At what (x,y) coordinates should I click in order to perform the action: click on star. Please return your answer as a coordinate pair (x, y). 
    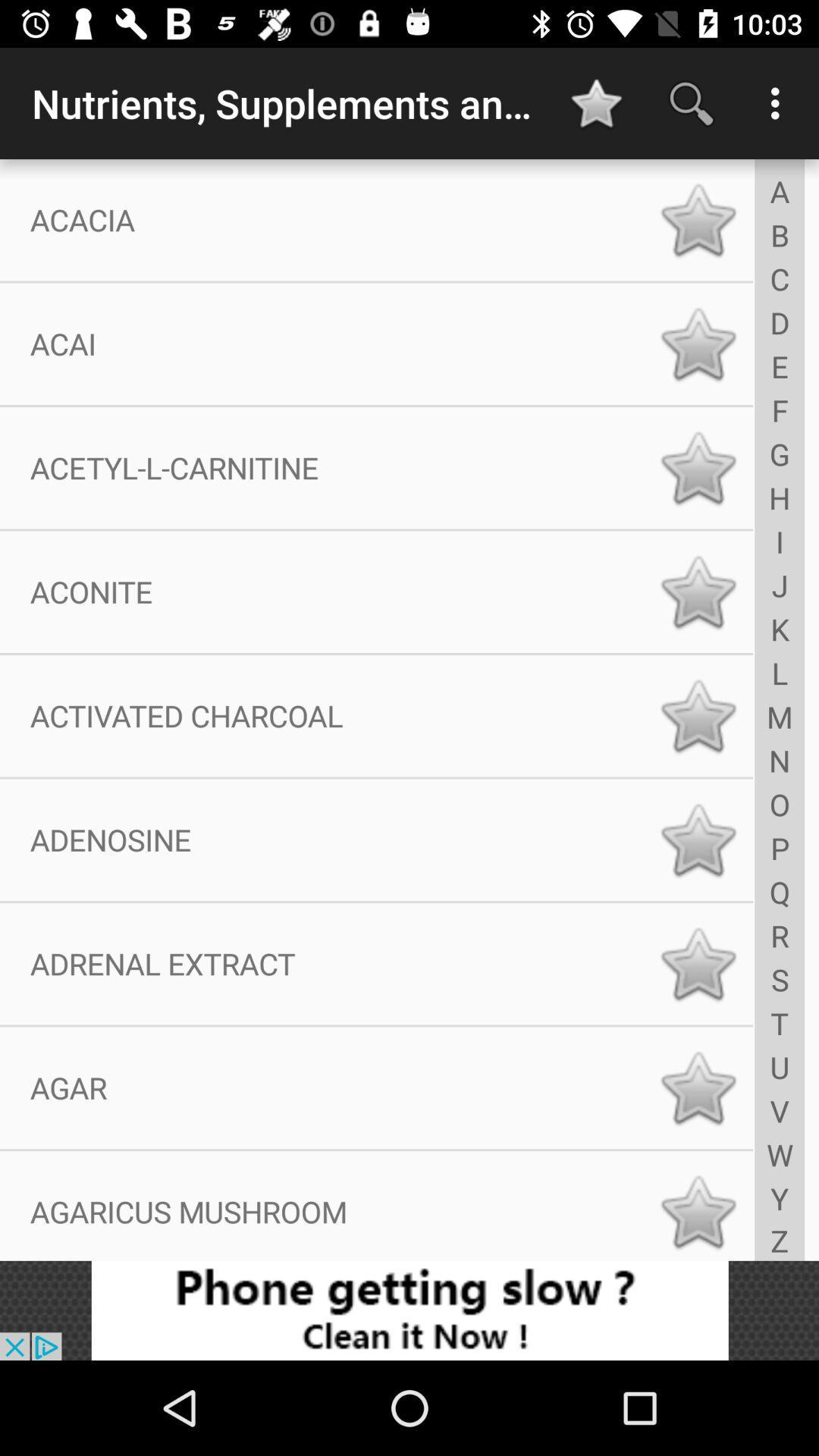
    Looking at the image, I should click on (698, 591).